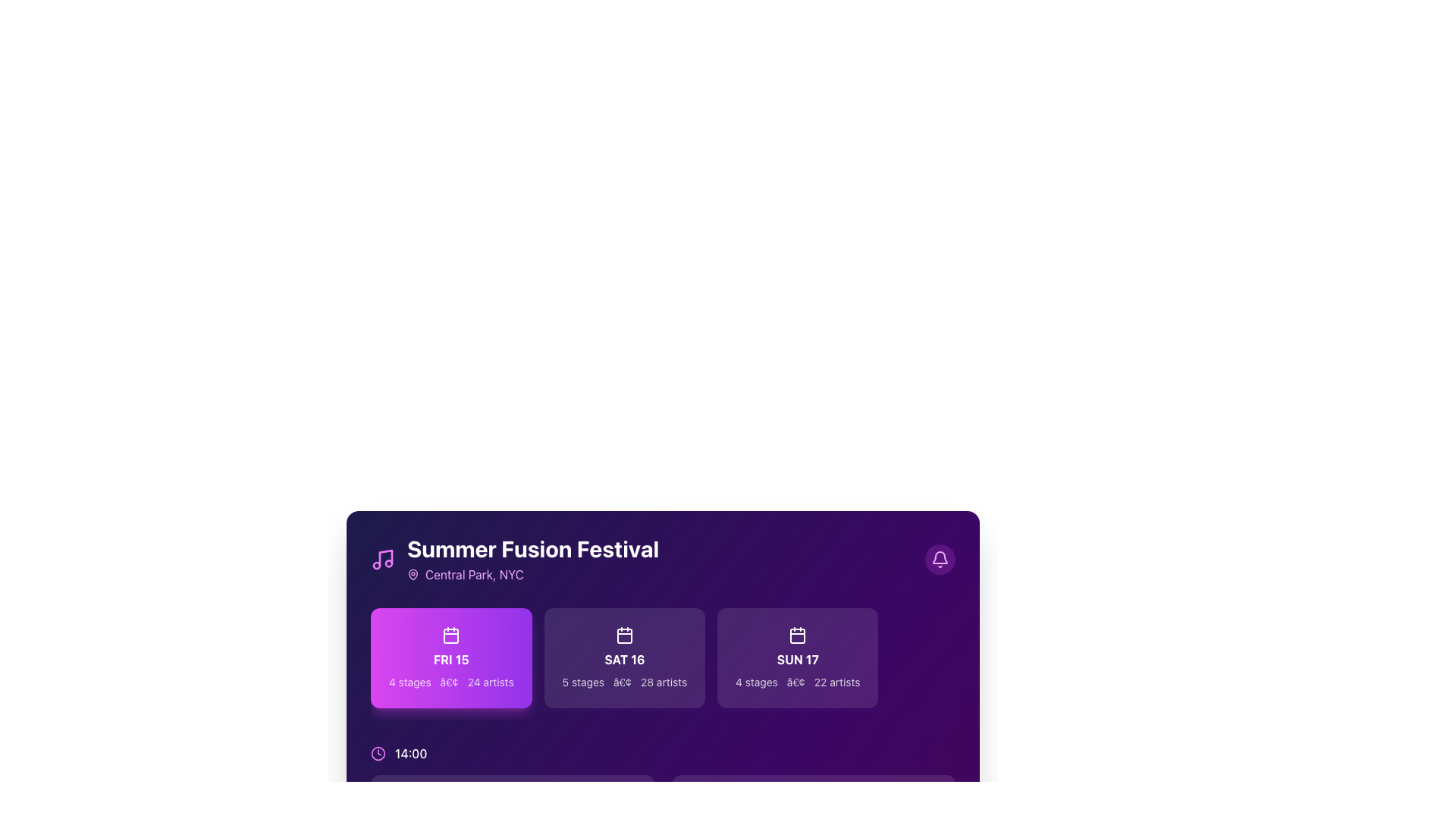 The image size is (1456, 819). Describe the element at coordinates (624, 681) in the screenshot. I see `static text that provides descriptive information about the event 'SAT 16', including the number of stages and artists associated with it, which is located centrally below the main date text within its card` at that location.